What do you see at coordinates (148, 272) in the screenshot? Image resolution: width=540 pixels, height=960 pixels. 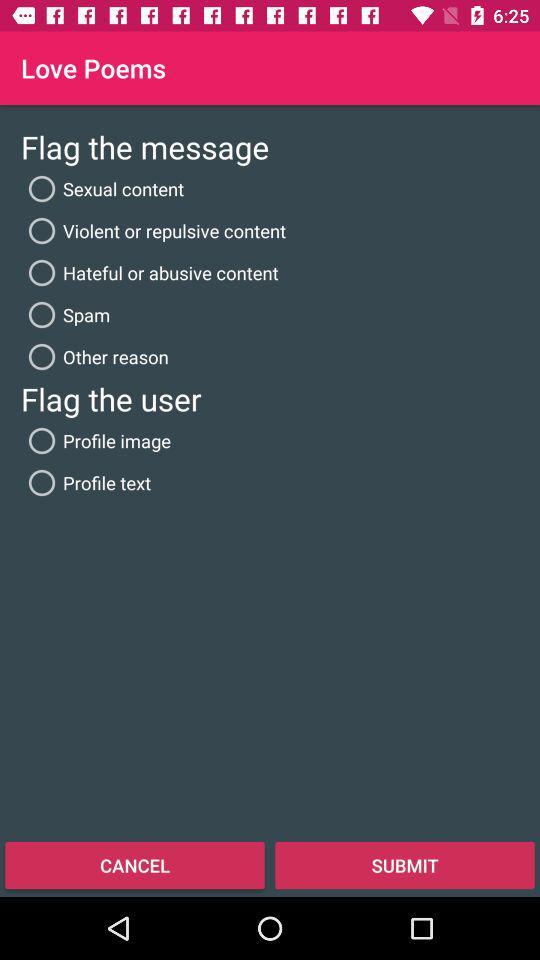 I see `item above spam icon` at bounding box center [148, 272].